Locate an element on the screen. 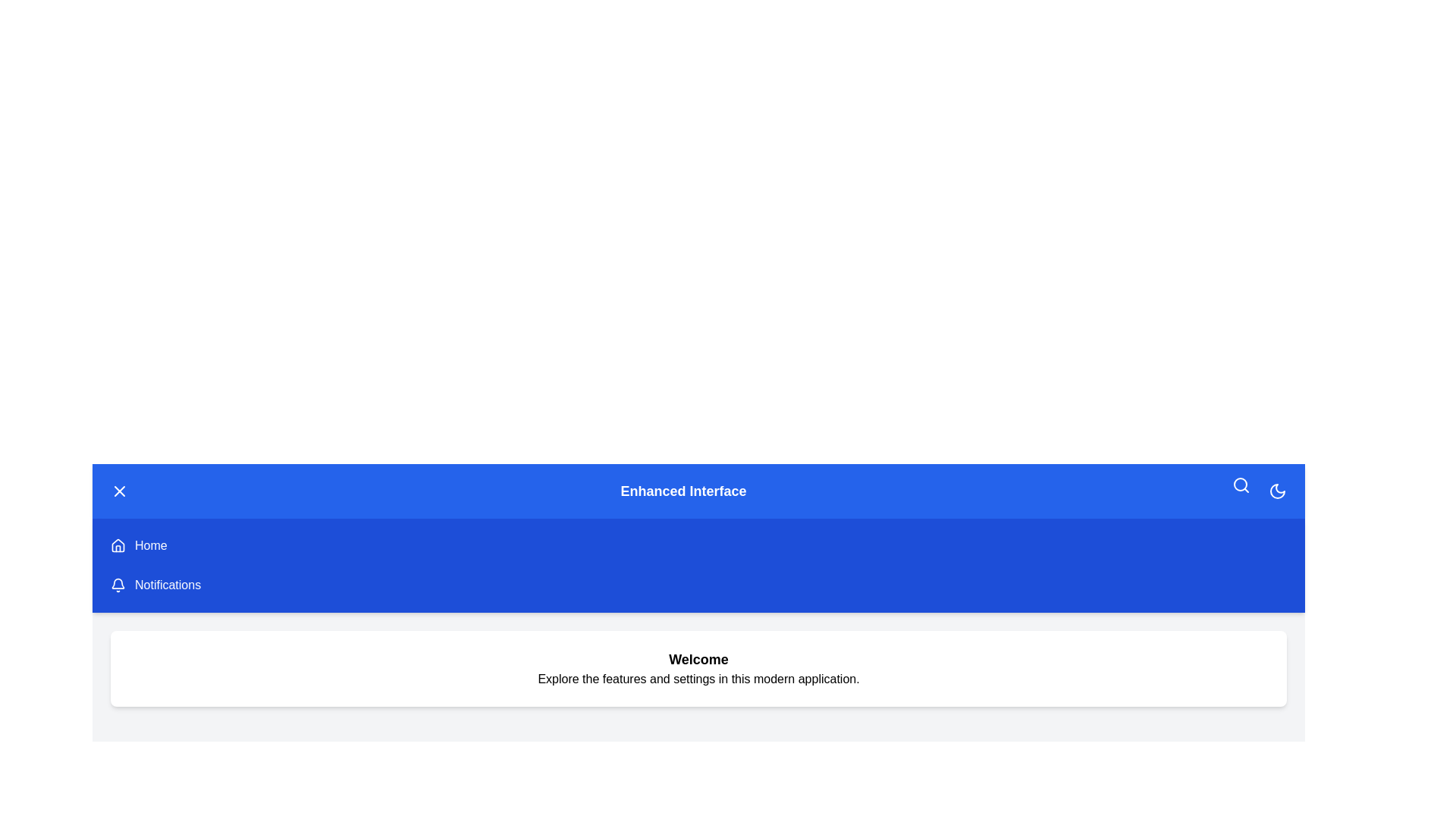 This screenshot has height=819, width=1456. the 'Notifications' menu item to navigate to the Notifications page is located at coordinates (167, 584).